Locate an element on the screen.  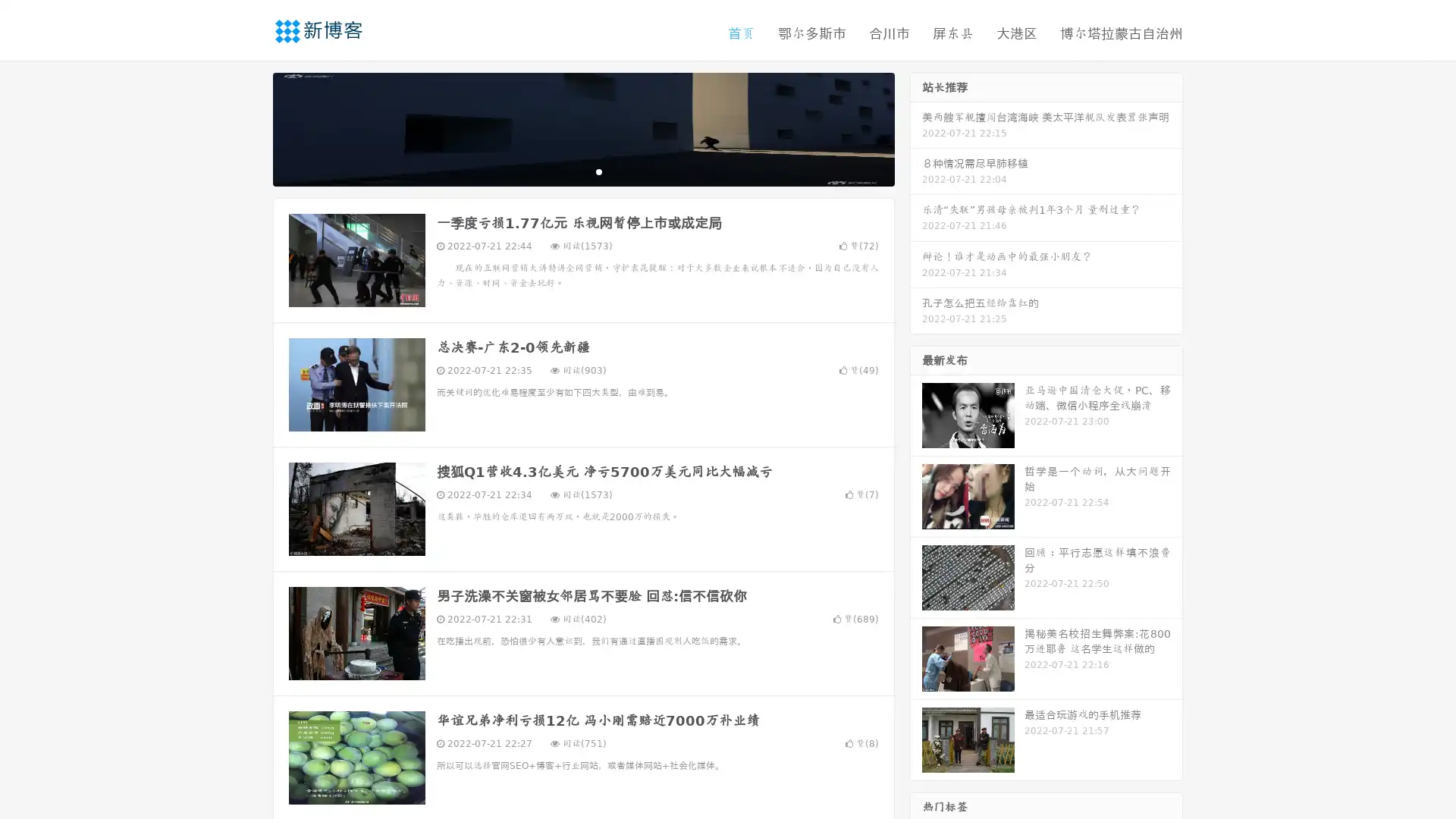
Go to slide 3 is located at coordinates (598, 171).